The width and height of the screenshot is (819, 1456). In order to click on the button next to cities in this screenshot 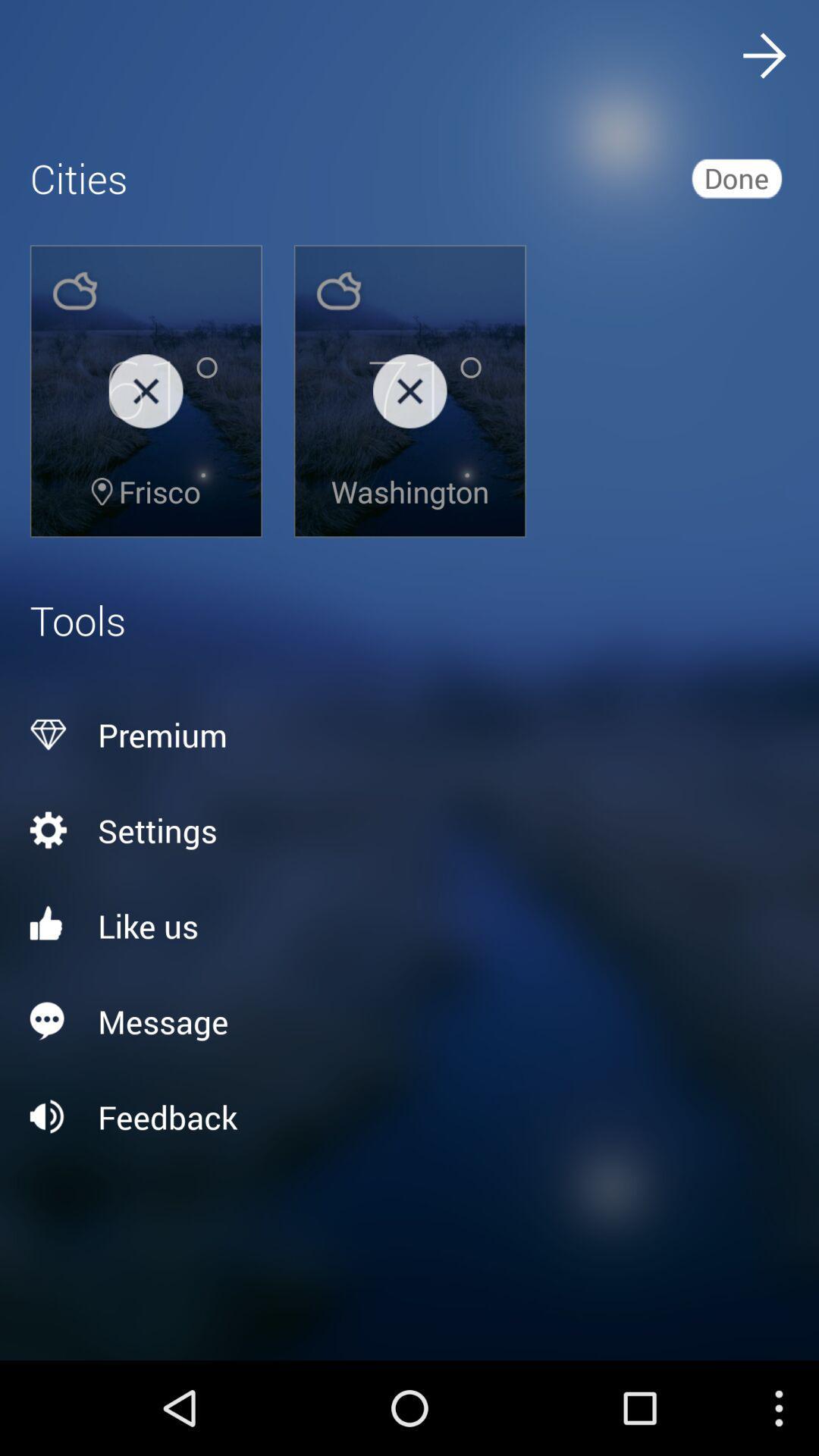, I will do `click(736, 178)`.